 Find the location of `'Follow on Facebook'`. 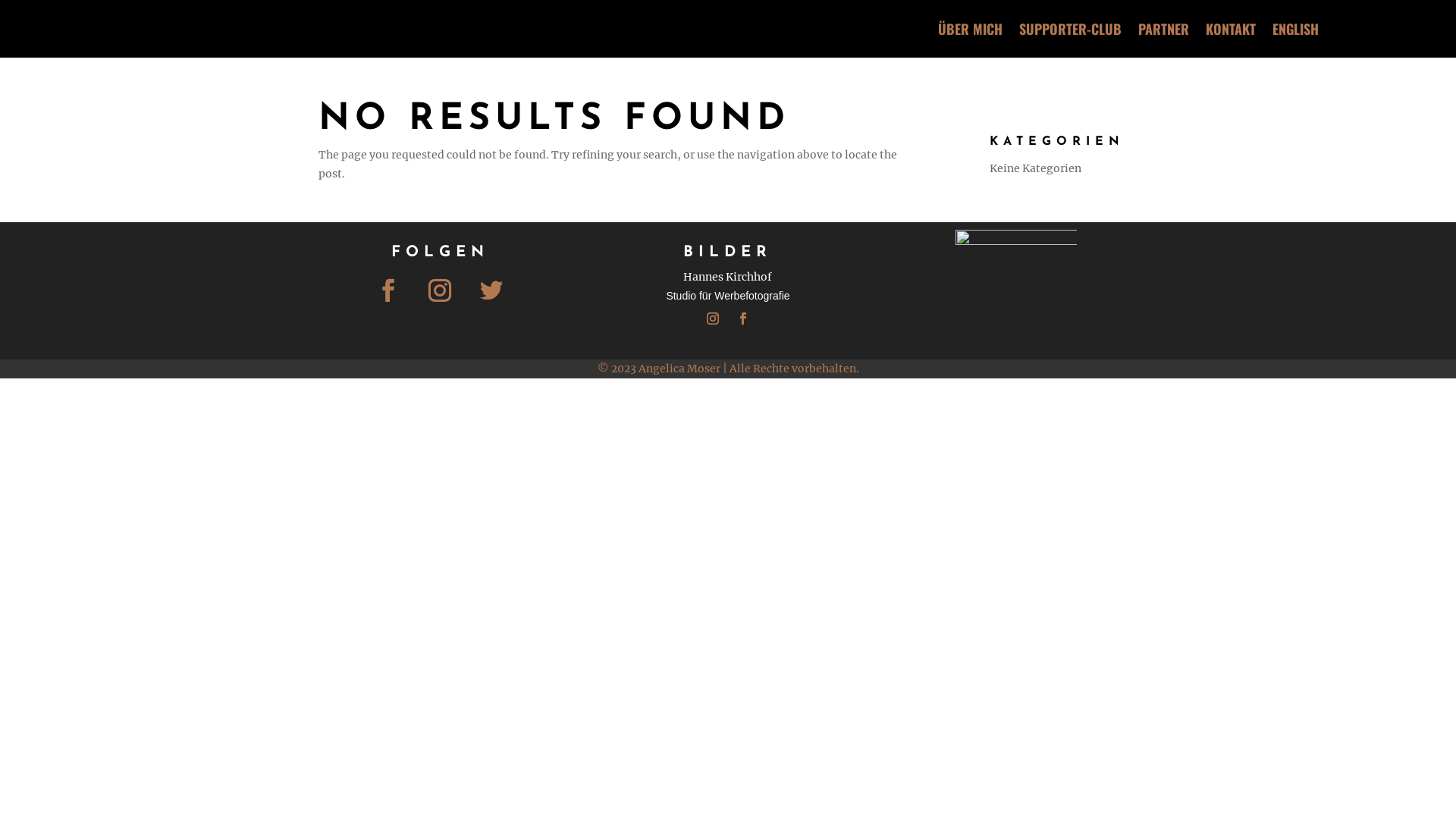

'Follow on Facebook' is located at coordinates (742, 318).